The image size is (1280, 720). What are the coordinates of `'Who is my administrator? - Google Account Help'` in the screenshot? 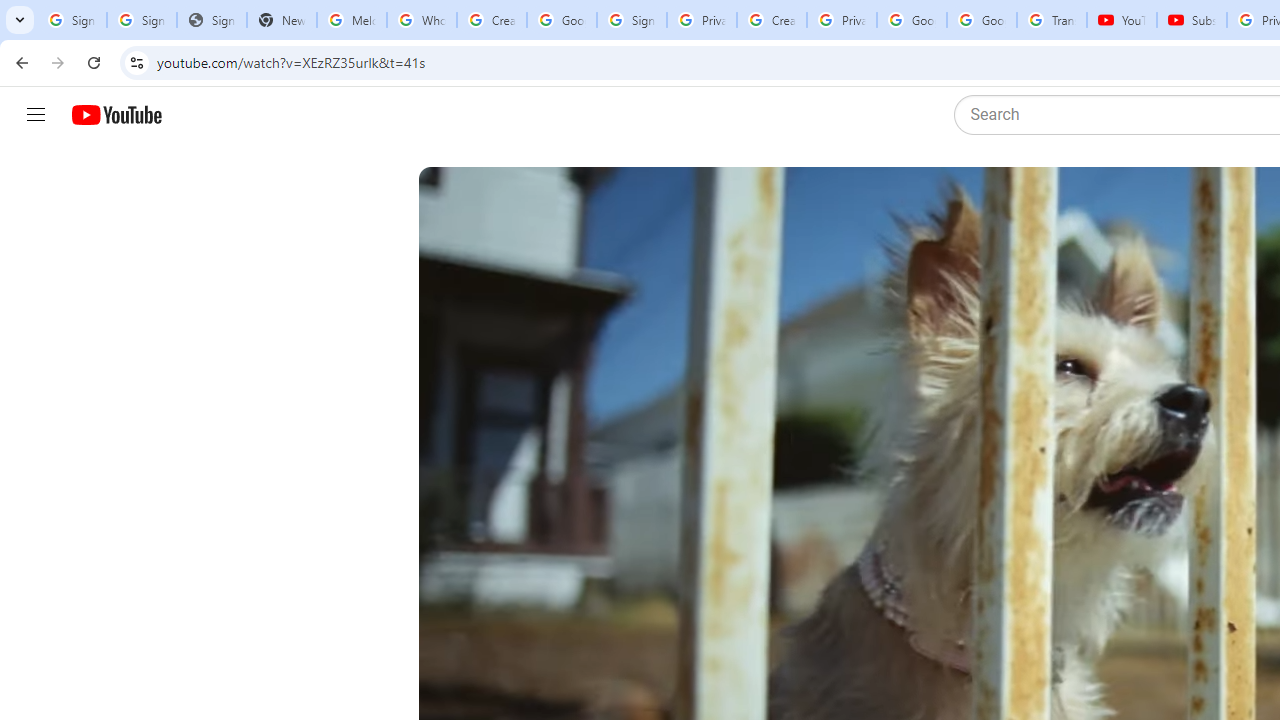 It's located at (420, 20).